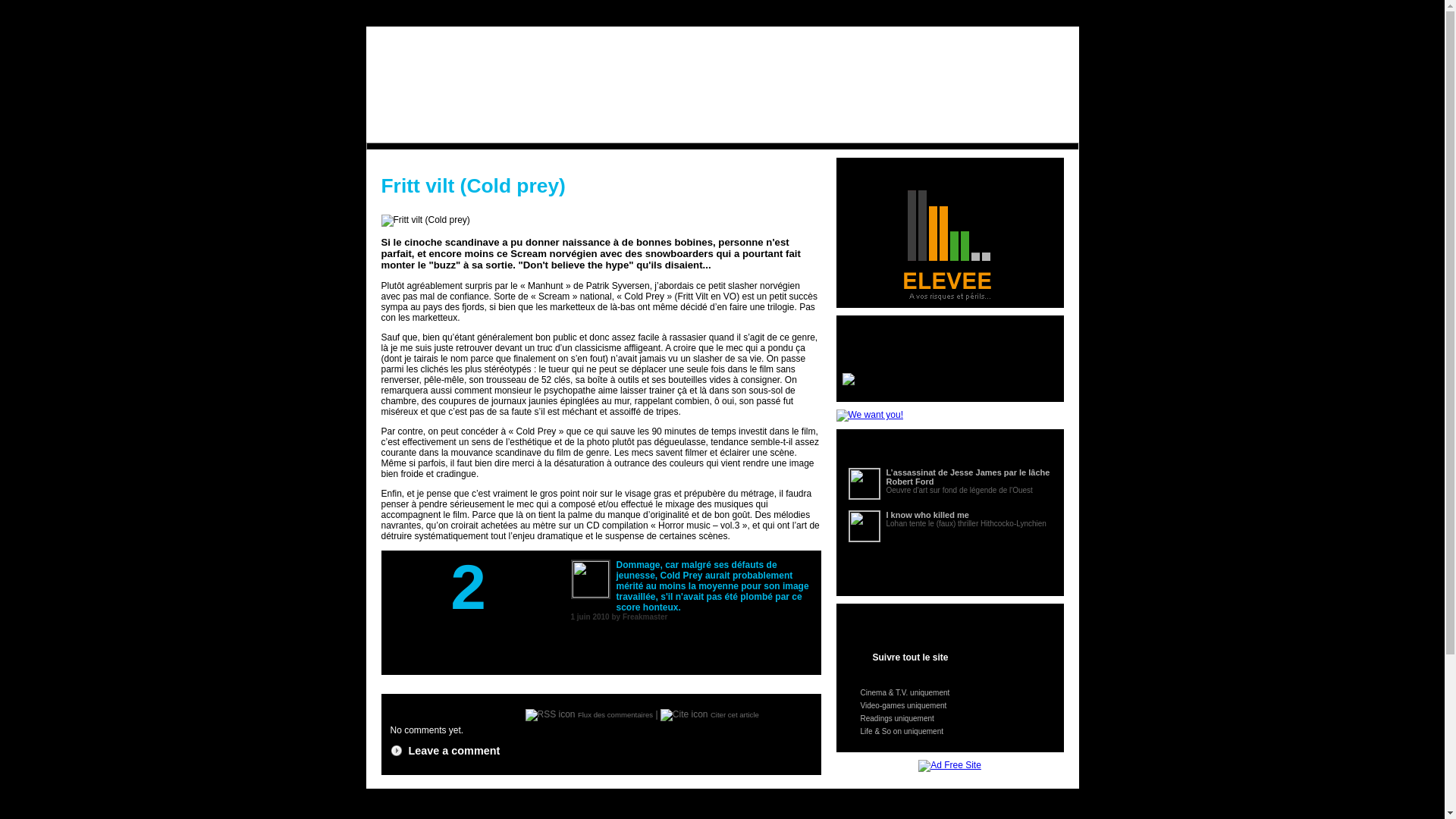 The image size is (1456, 819). Describe the element at coordinates (949, 693) in the screenshot. I see `'Cinema & T.V. uniquement'` at that location.